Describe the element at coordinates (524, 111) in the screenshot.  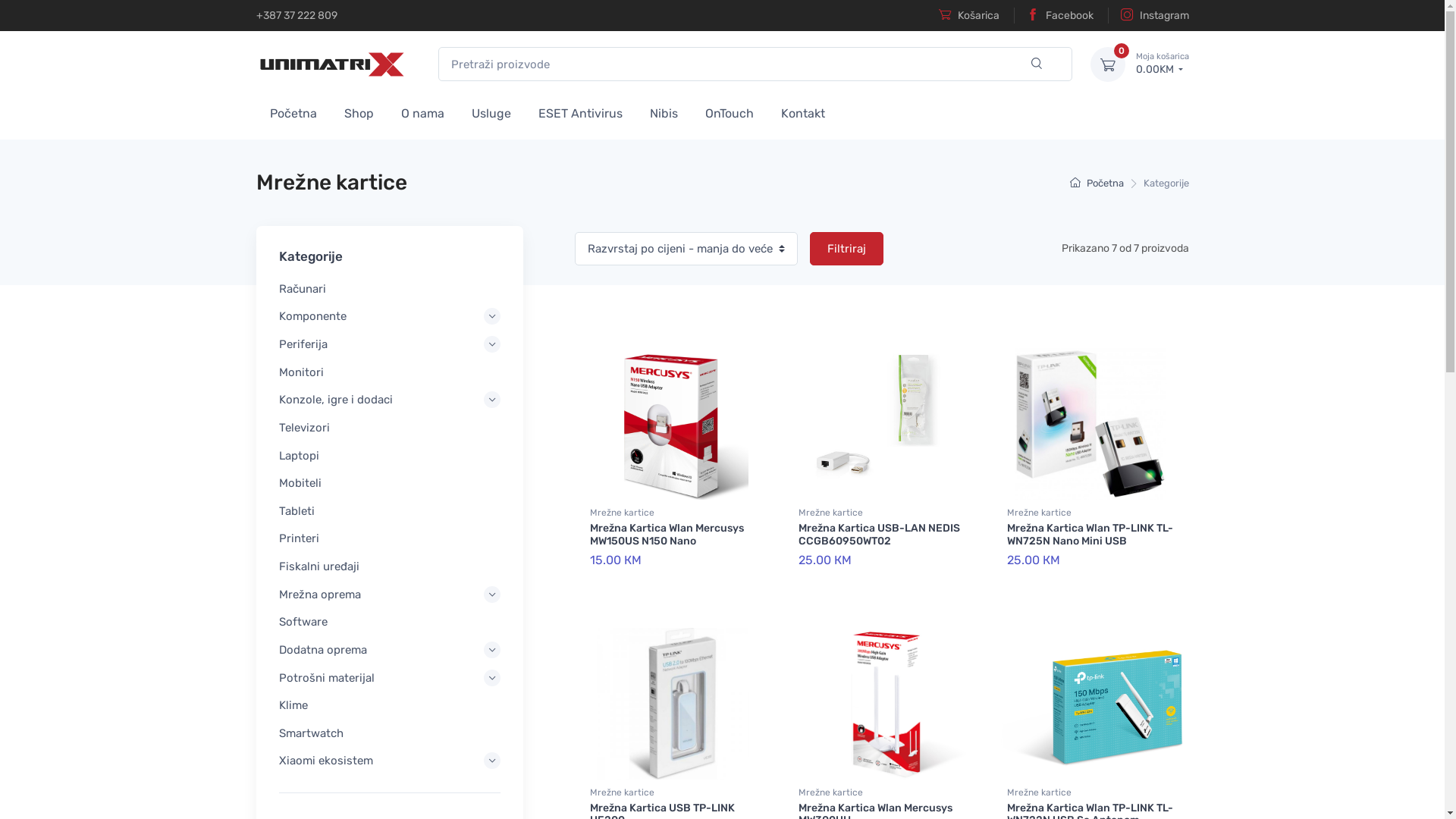
I see `'ESET Antivirus'` at that location.